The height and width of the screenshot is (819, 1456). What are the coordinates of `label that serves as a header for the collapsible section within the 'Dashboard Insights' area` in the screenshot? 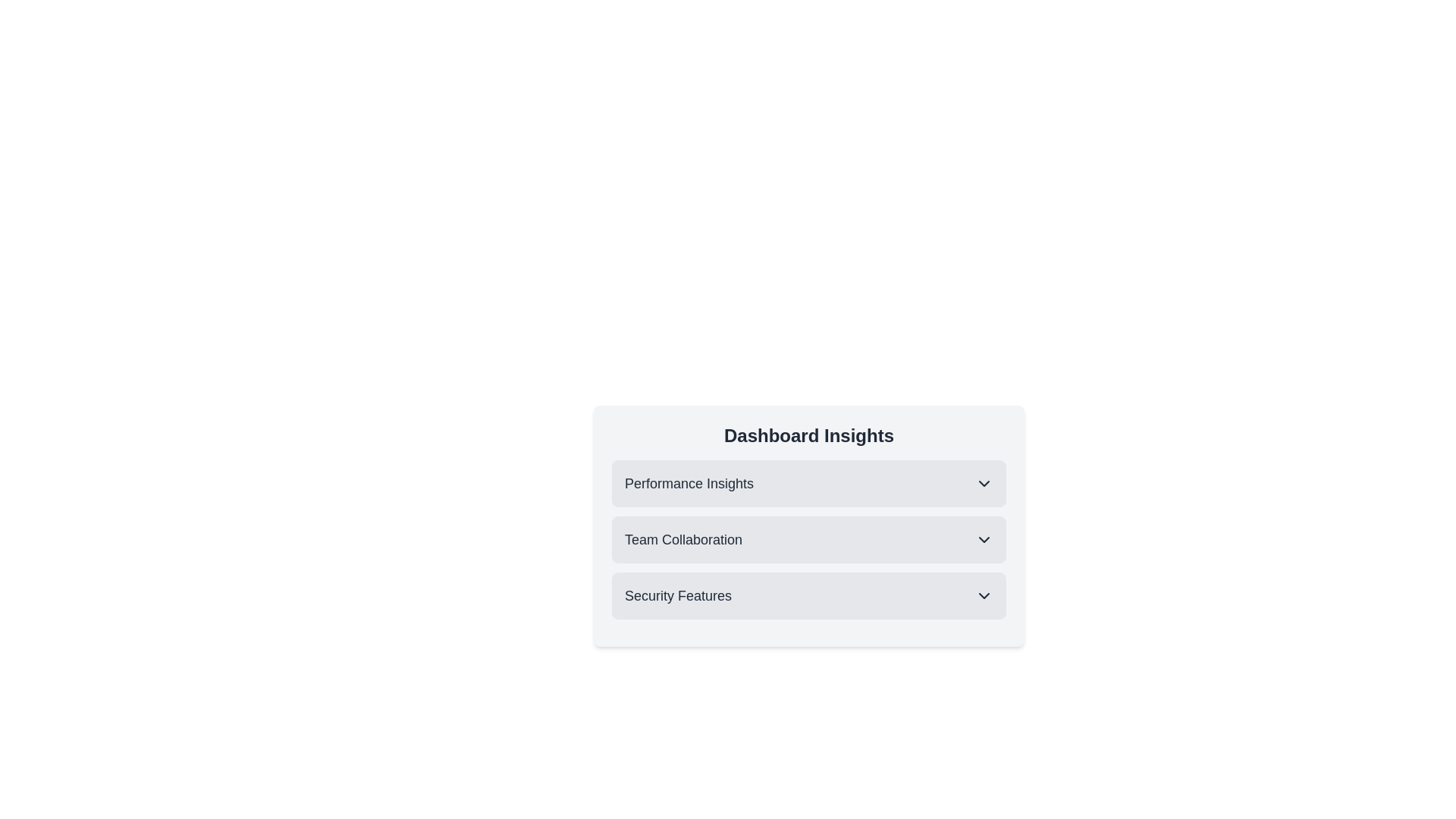 It's located at (689, 483).